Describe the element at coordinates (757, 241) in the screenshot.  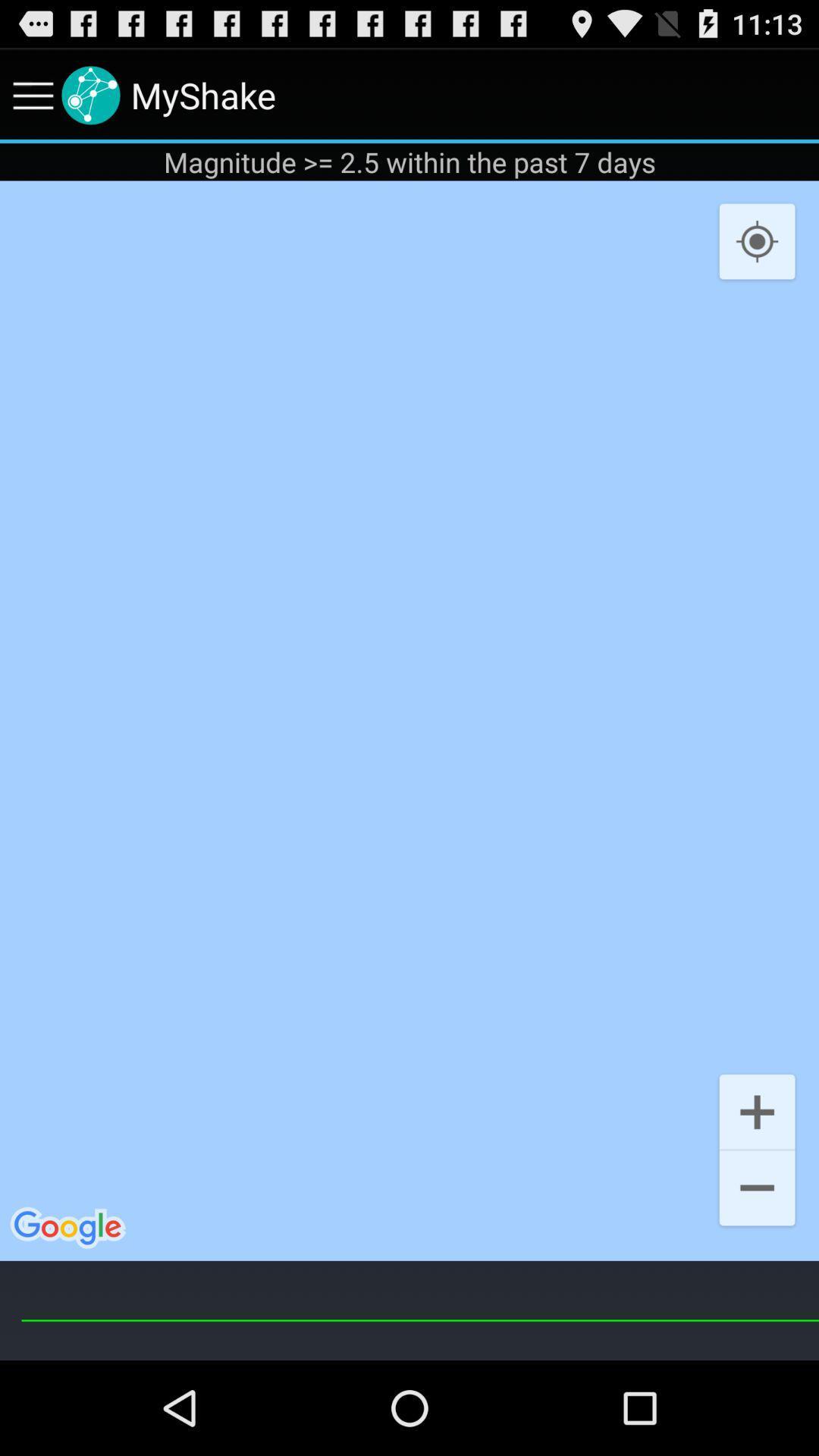
I see `the icon at the top right corner` at that location.